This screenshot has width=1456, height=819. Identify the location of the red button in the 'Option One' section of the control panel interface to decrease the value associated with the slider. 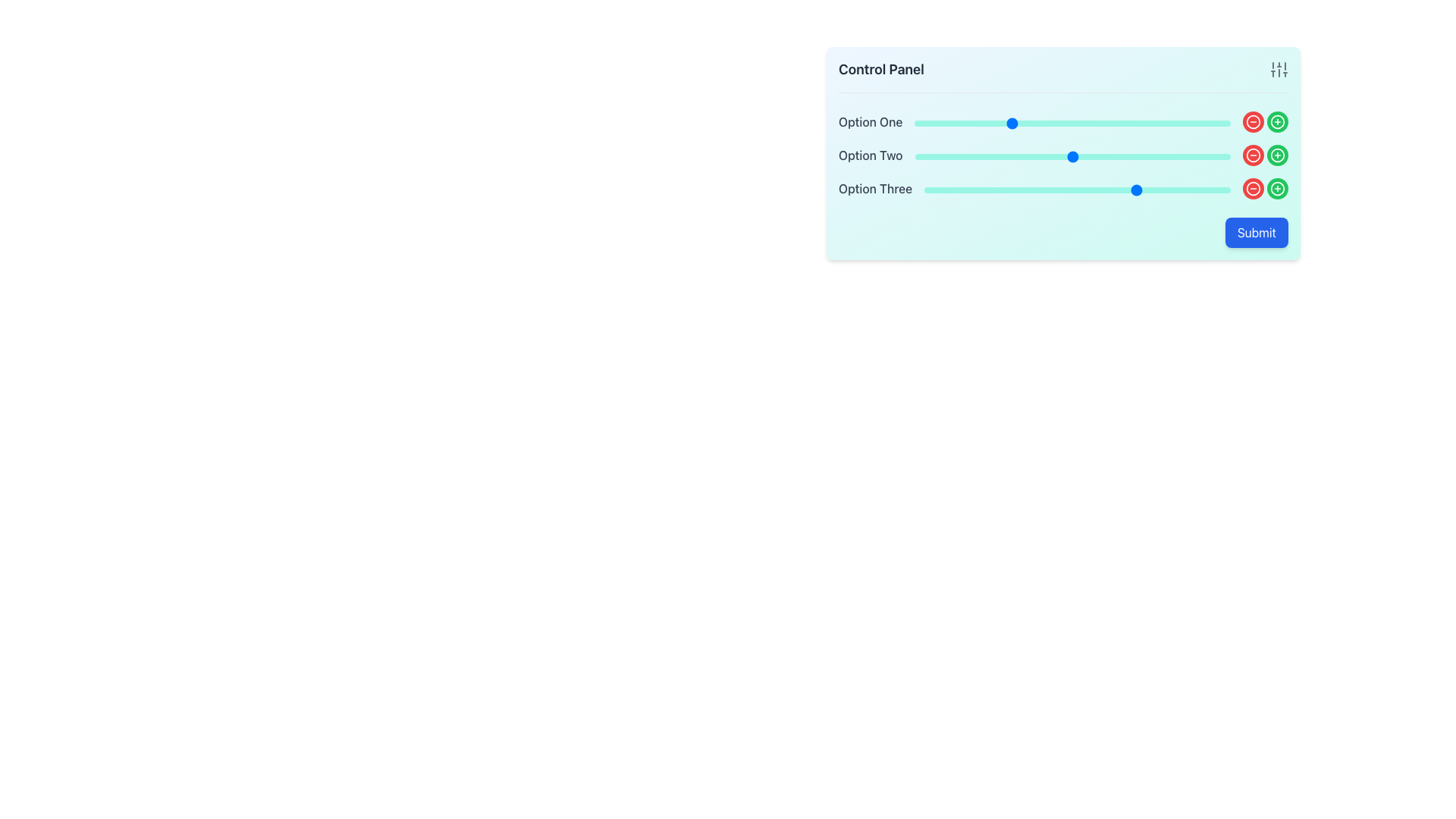
(1266, 121).